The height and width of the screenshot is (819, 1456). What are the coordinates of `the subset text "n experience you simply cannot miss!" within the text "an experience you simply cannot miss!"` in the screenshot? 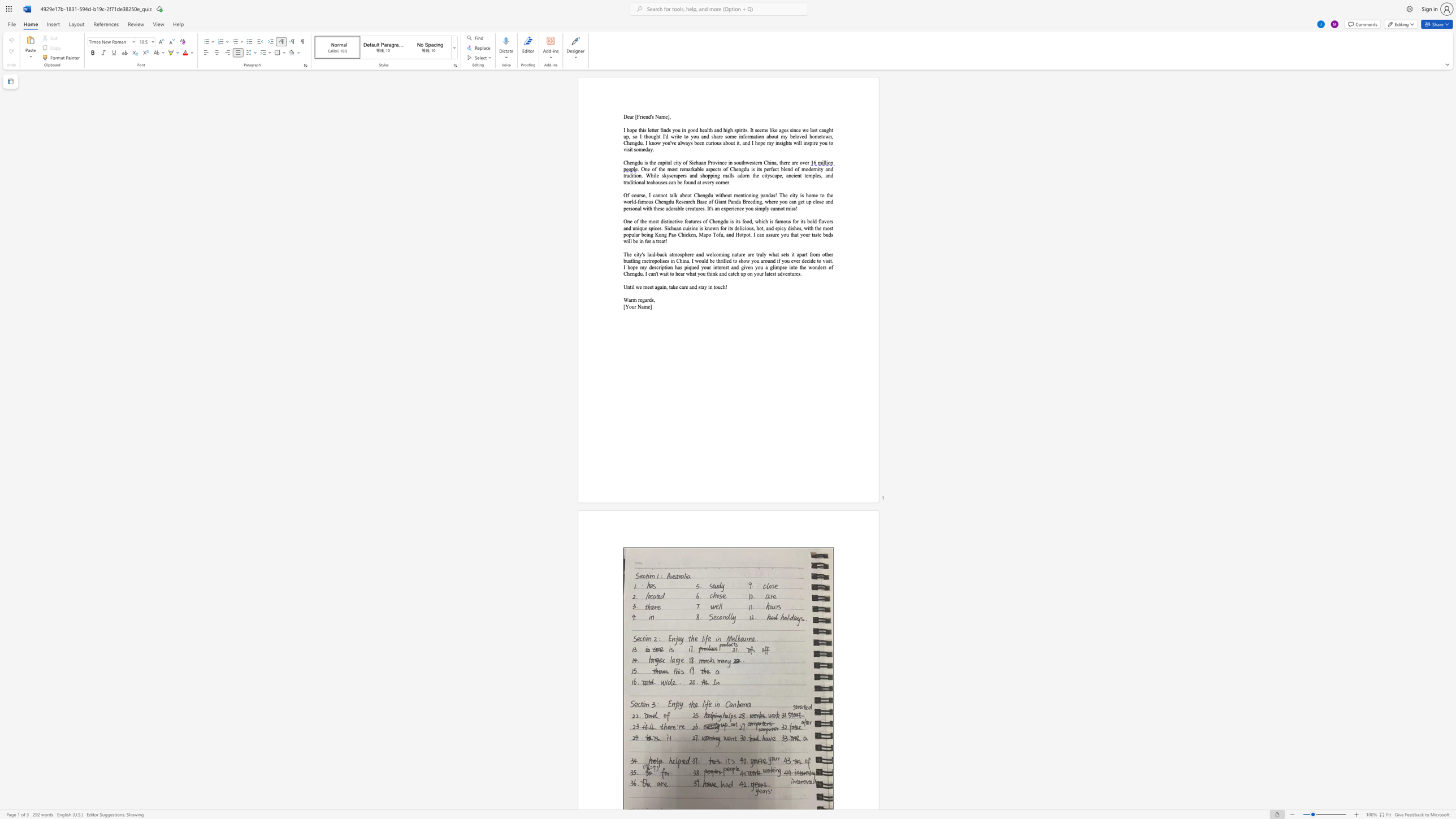 It's located at (717, 208).